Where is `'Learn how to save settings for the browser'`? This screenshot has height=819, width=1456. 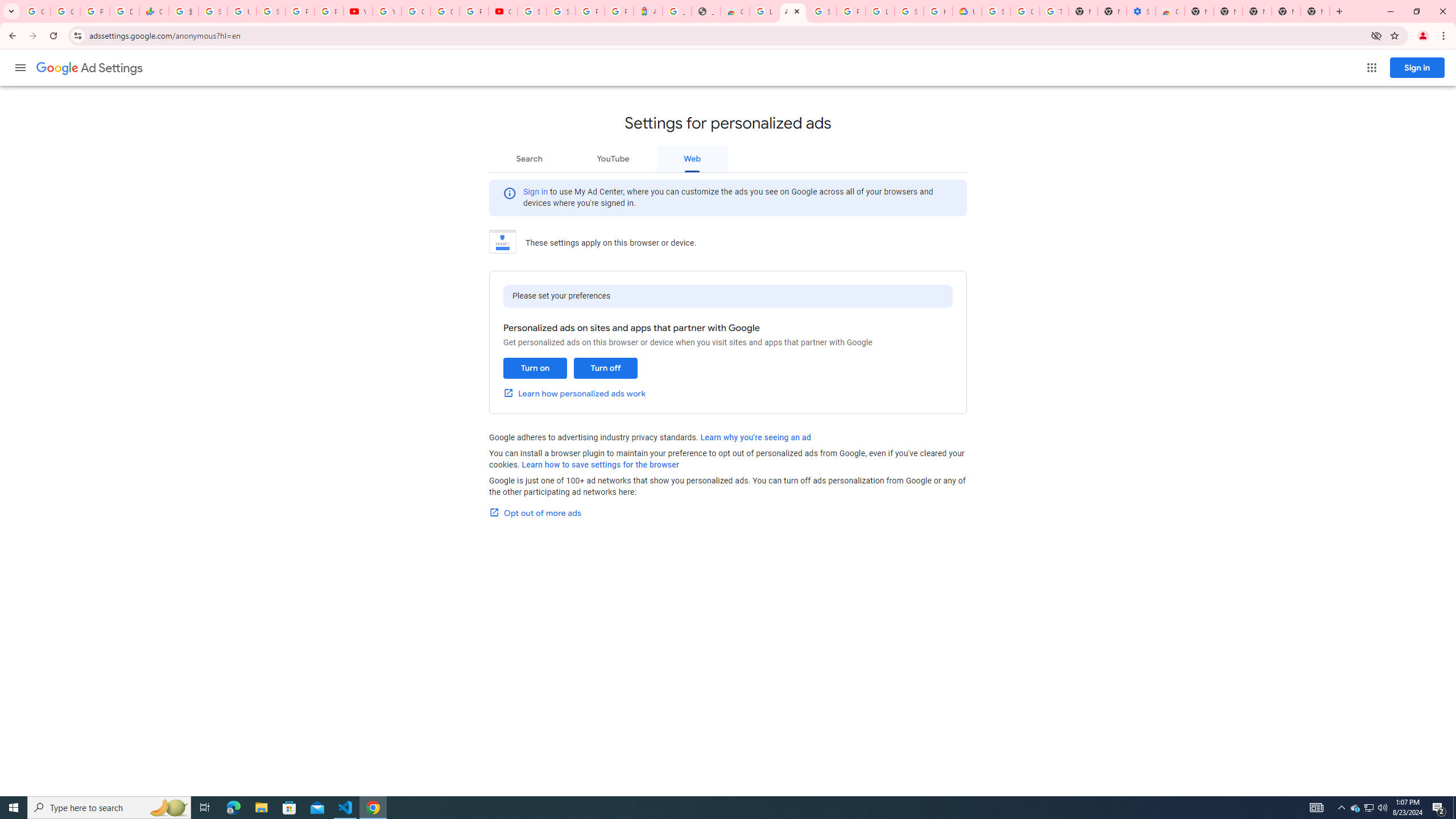 'Learn how to save settings for the browser' is located at coordinates (600, 464).